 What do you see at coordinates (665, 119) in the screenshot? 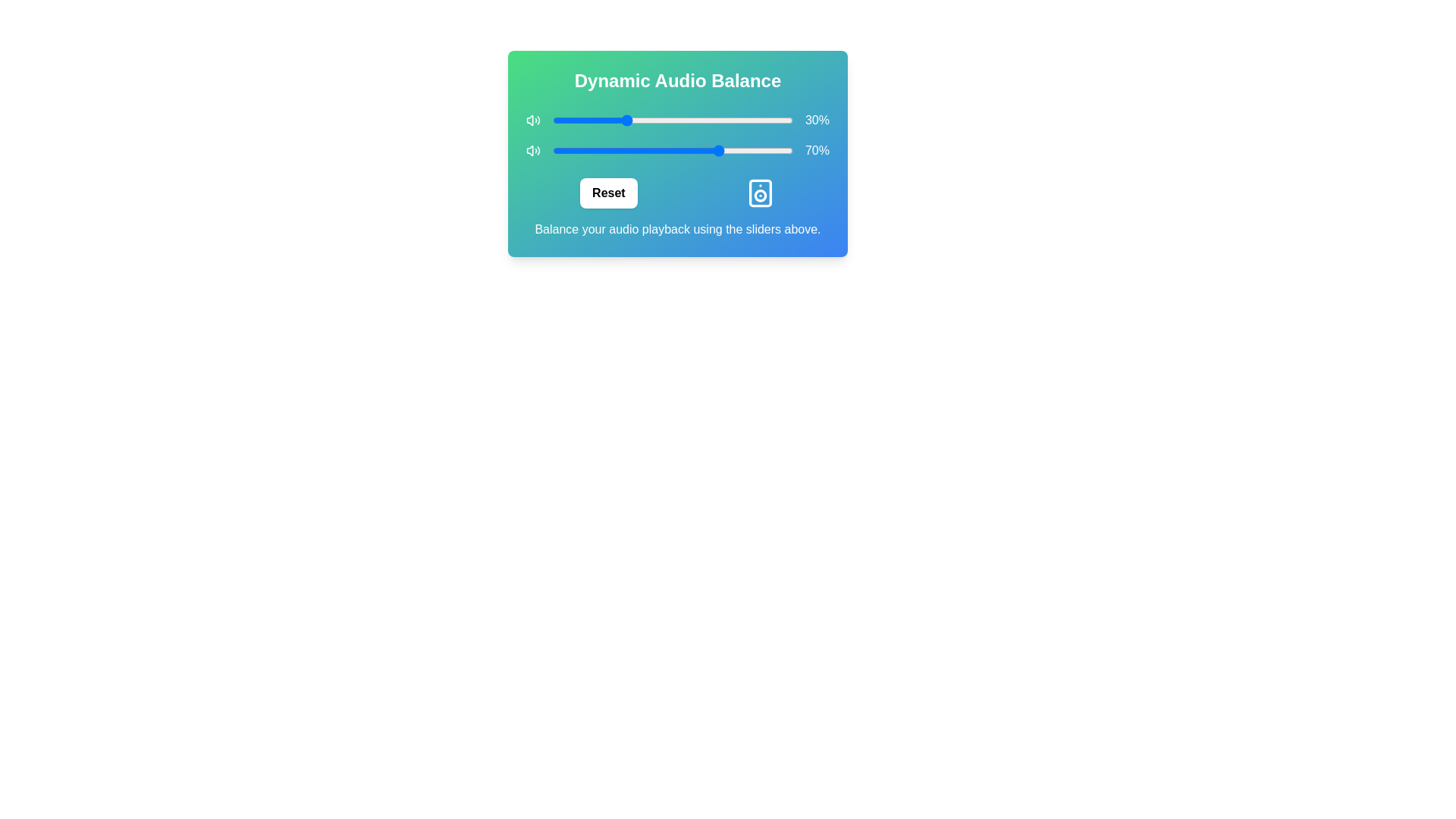
I see `the slider` at bounding box center [665, 119].